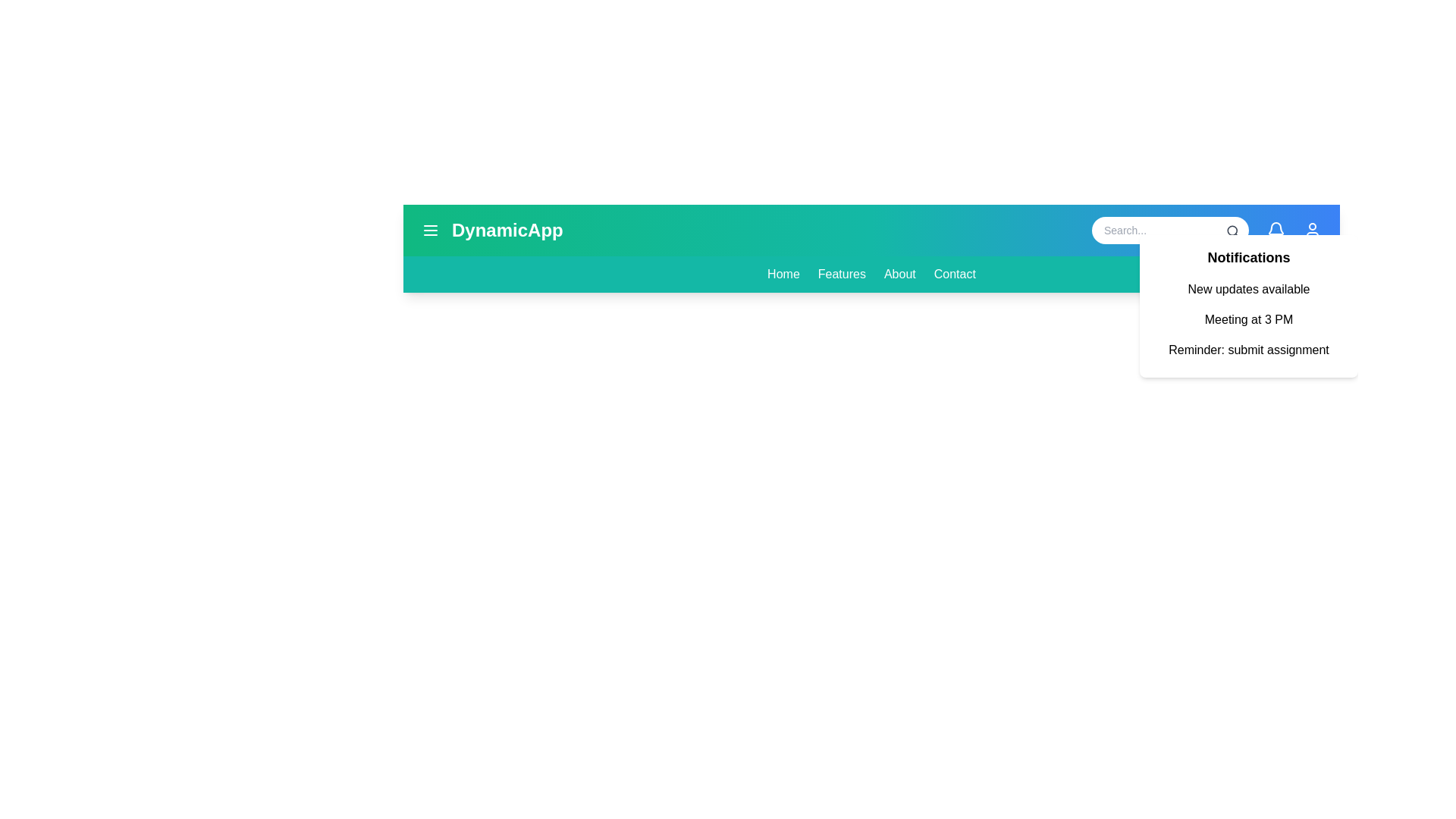 The height and width of the screenshot is (819, 1456). Describe the element at coordinates (899, 275) in the screenshot. I see `the navigation menu item 'About' to navigate to the respective section` at that location.